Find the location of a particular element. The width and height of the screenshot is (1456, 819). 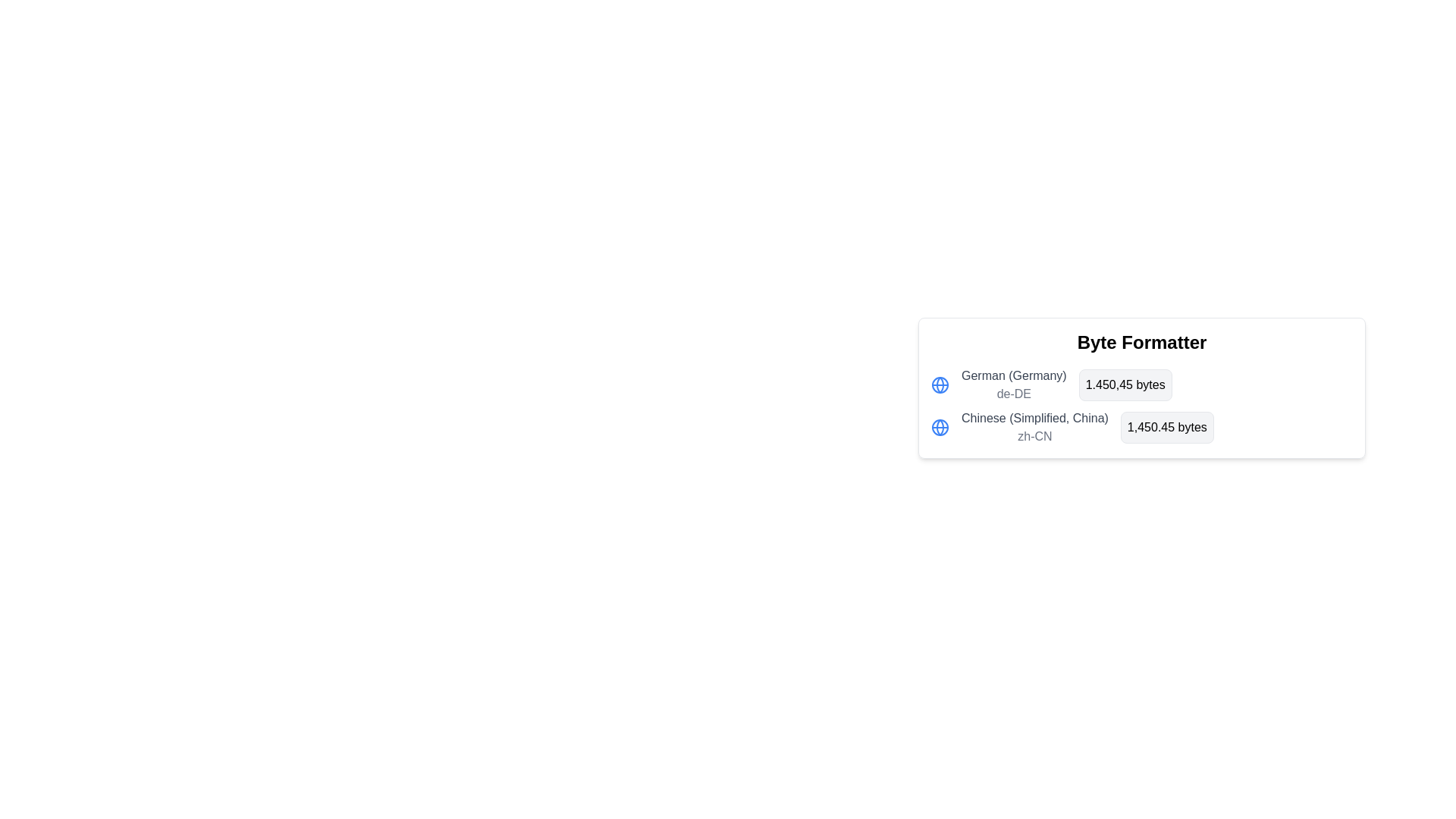

the blue circular SVG element located at the center of the globe icon is located at coordinates (939, 384).